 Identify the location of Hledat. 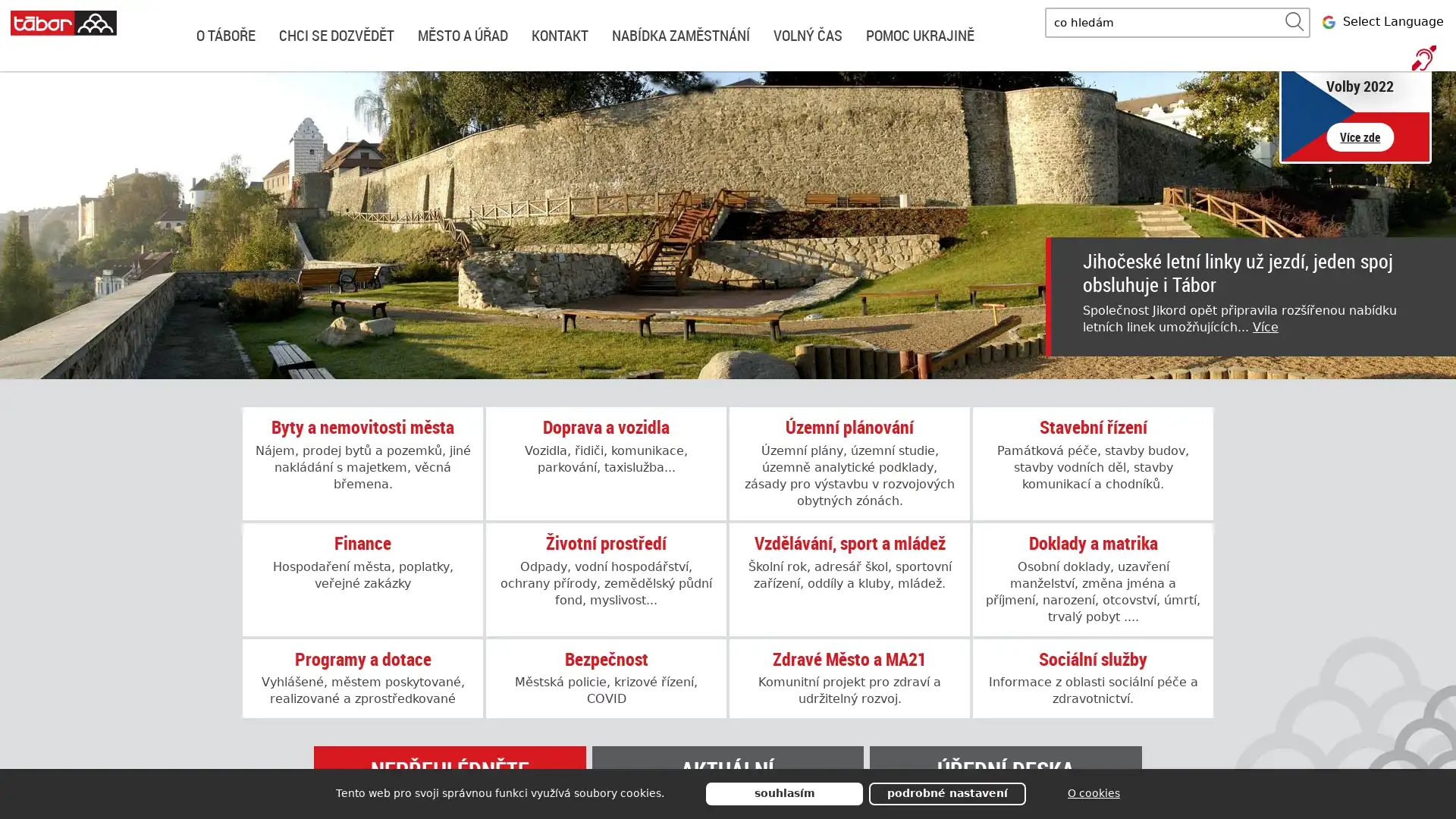
(1294, 22).